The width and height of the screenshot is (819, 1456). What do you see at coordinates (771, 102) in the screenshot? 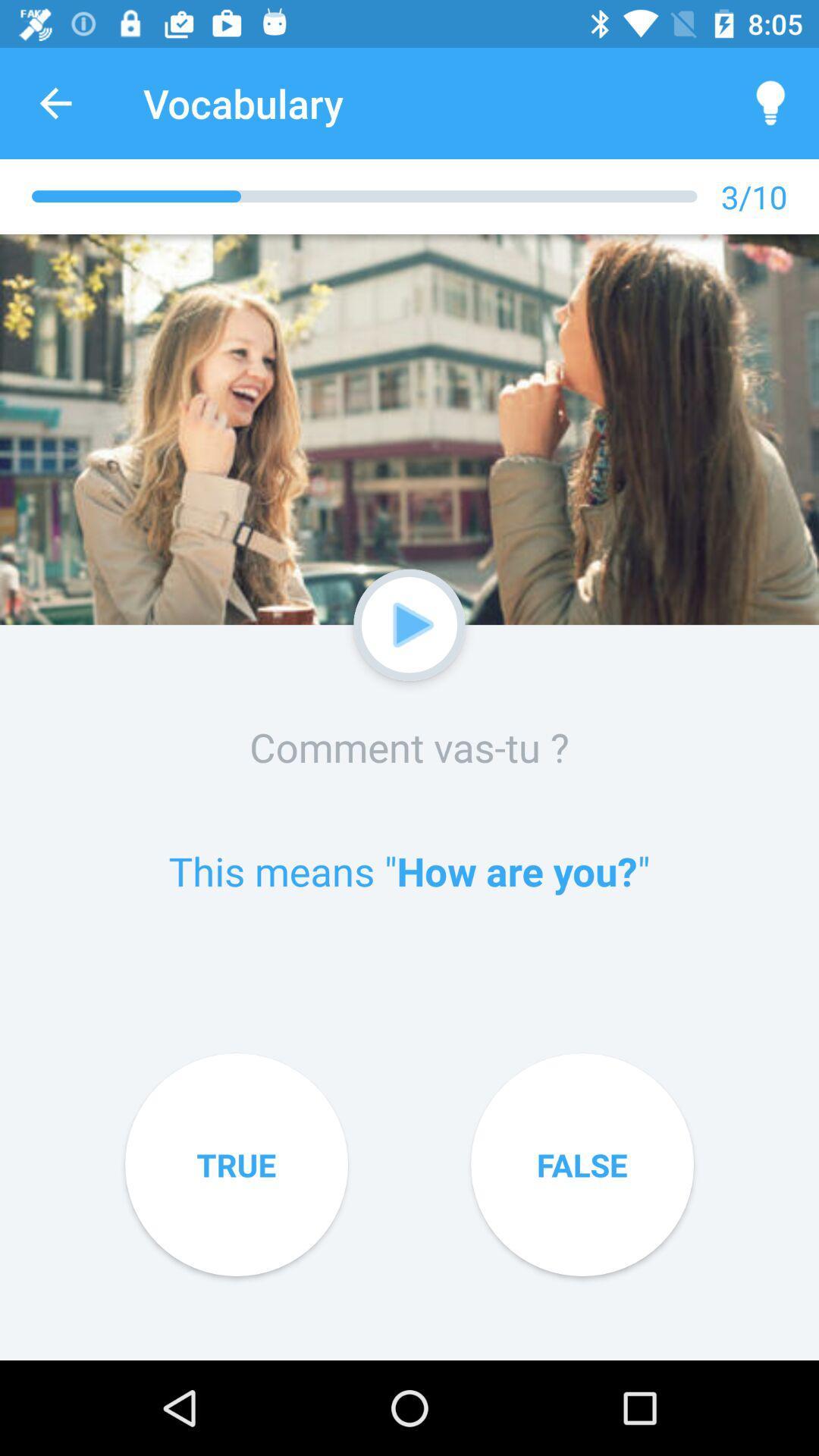
I see `icon next to the vocabulary` at bounding box center [771, 102].